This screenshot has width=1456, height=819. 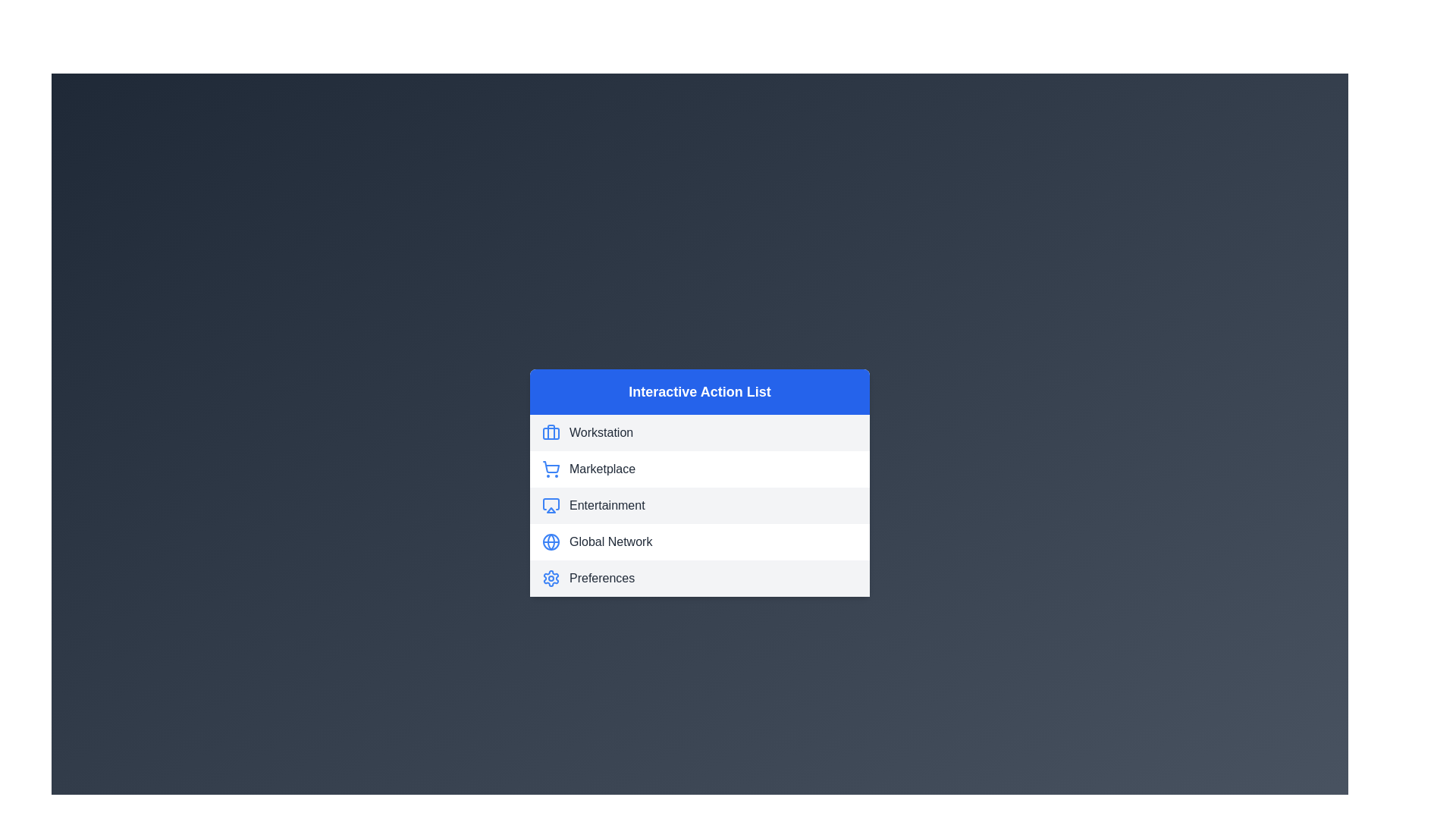 I want to click on text of the 'Workstation' label located in the first option of the 'Interactive Action List' menu, which is positioned to the right of the briefcase icon, so click(x=601, y=432).